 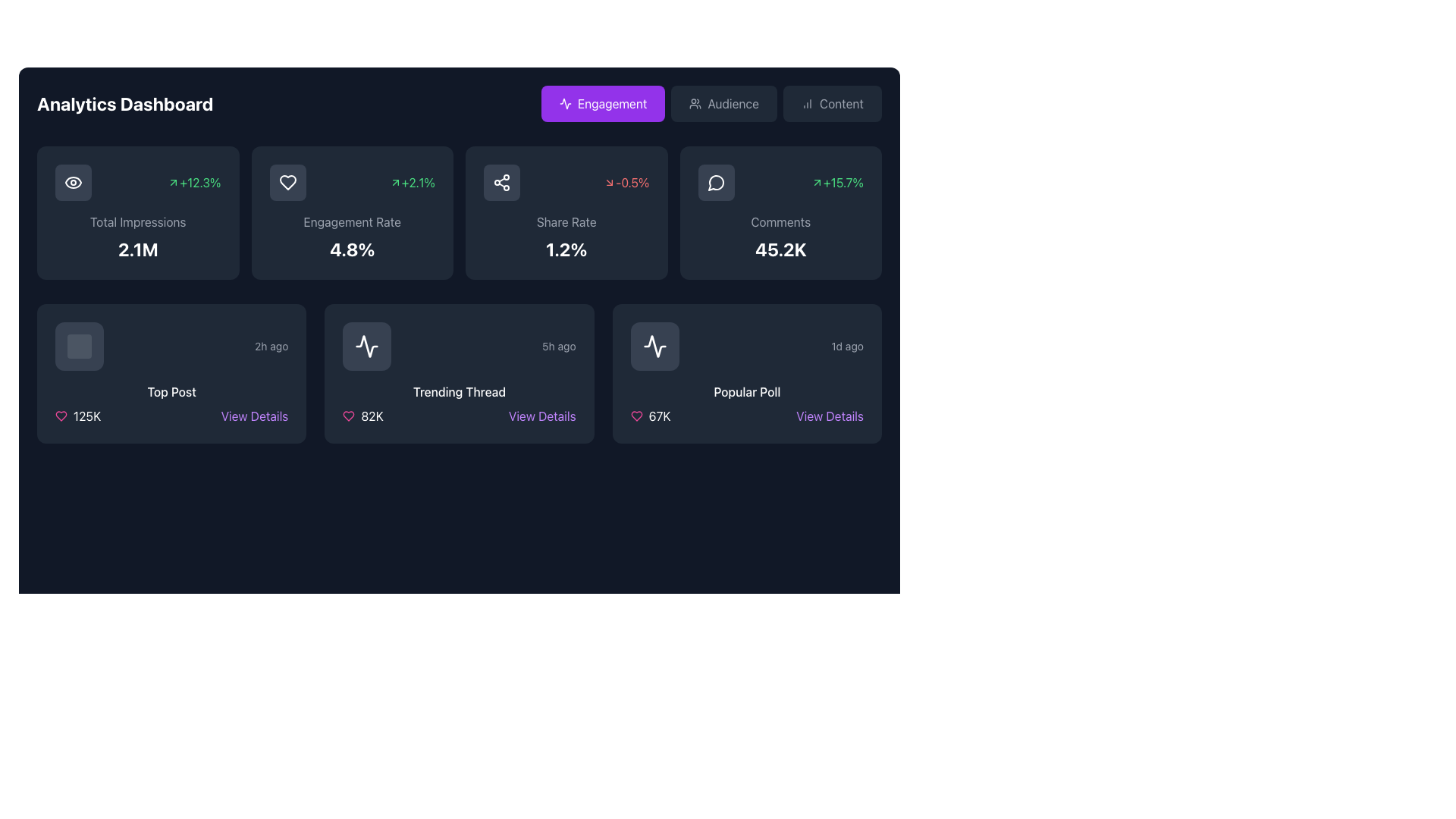 What do you see at coordinates (367, 346) in the screenshot?
I see `the stylized waveform SVG Icon located in the middle of the second row under the Analytics Dashboard labeled 'Trending Thread'` at bounding box center [367, 346].